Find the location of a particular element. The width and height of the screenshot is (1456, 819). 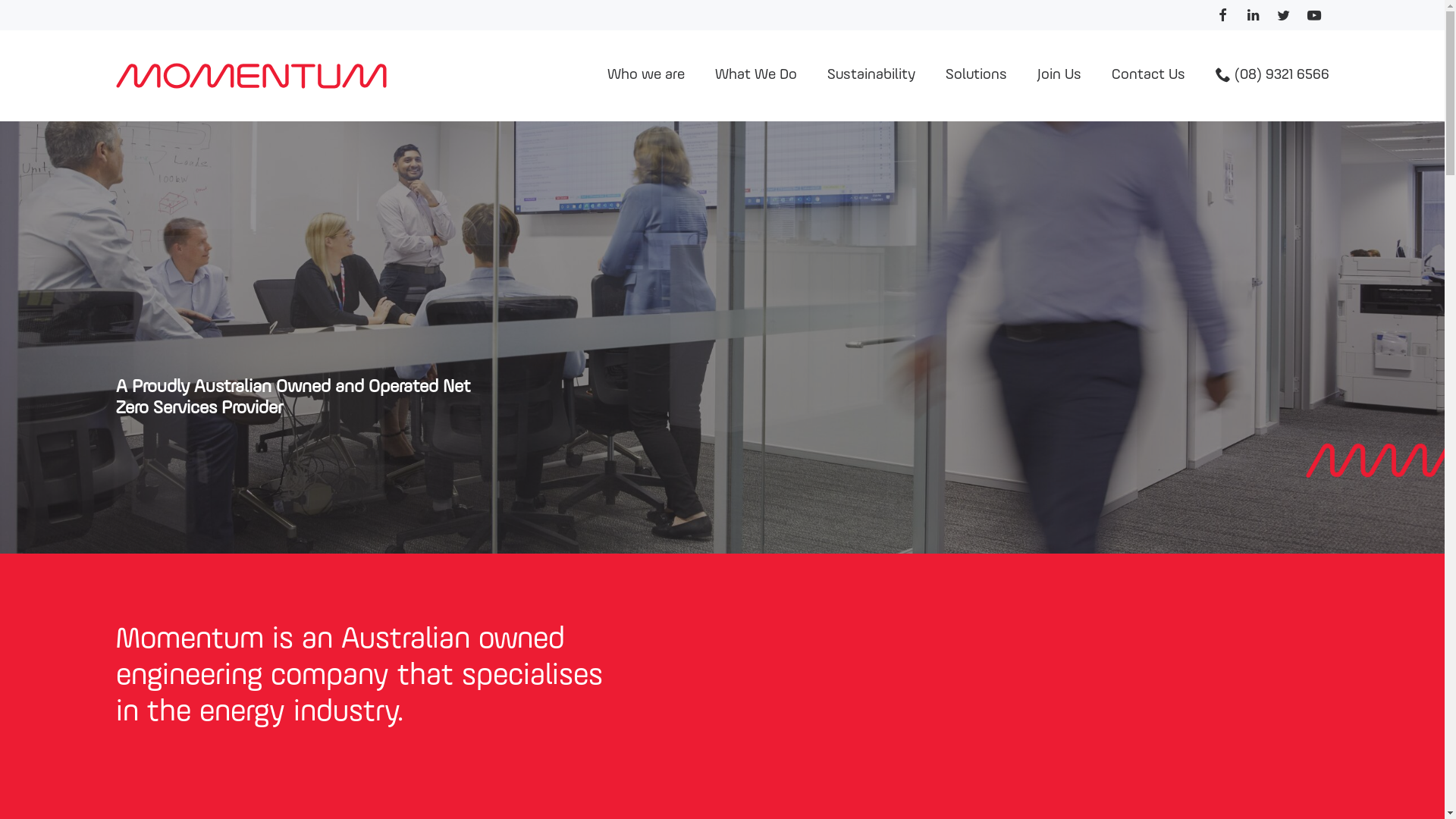

'(08) 9321 6566' is located at coordinates (1271, 76).